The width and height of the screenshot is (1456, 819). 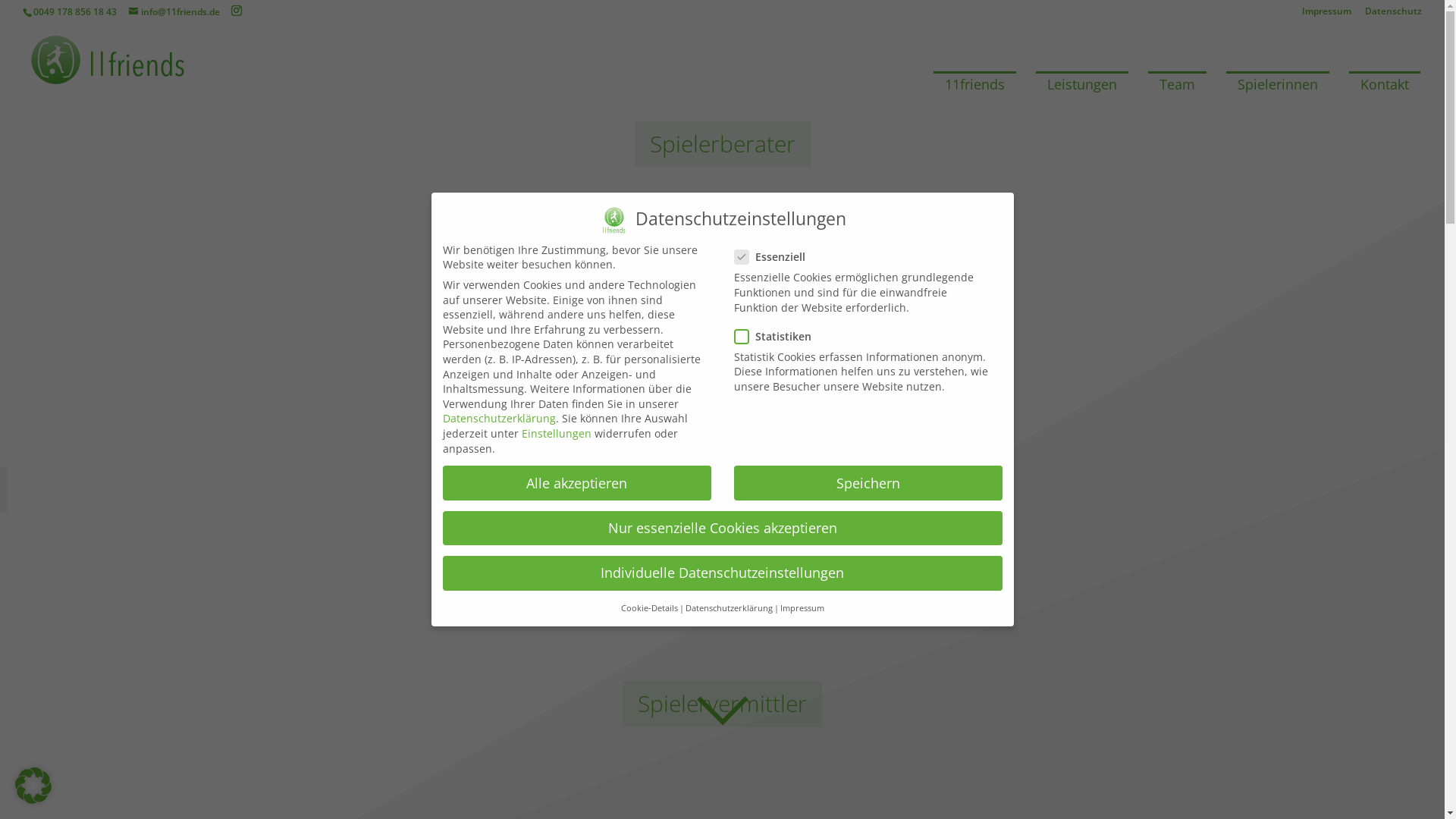 I want to click on 'Einstellungen', so click(x=521, y=433).